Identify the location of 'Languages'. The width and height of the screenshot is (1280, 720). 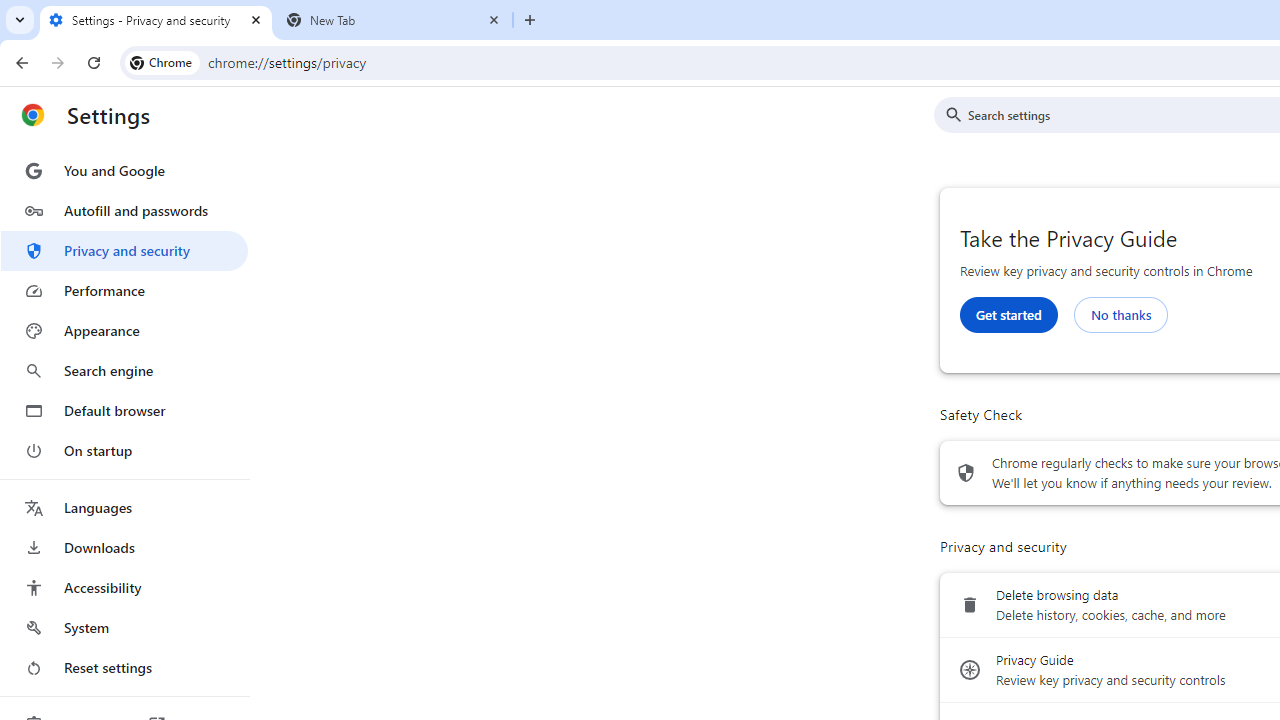
(123, 506).